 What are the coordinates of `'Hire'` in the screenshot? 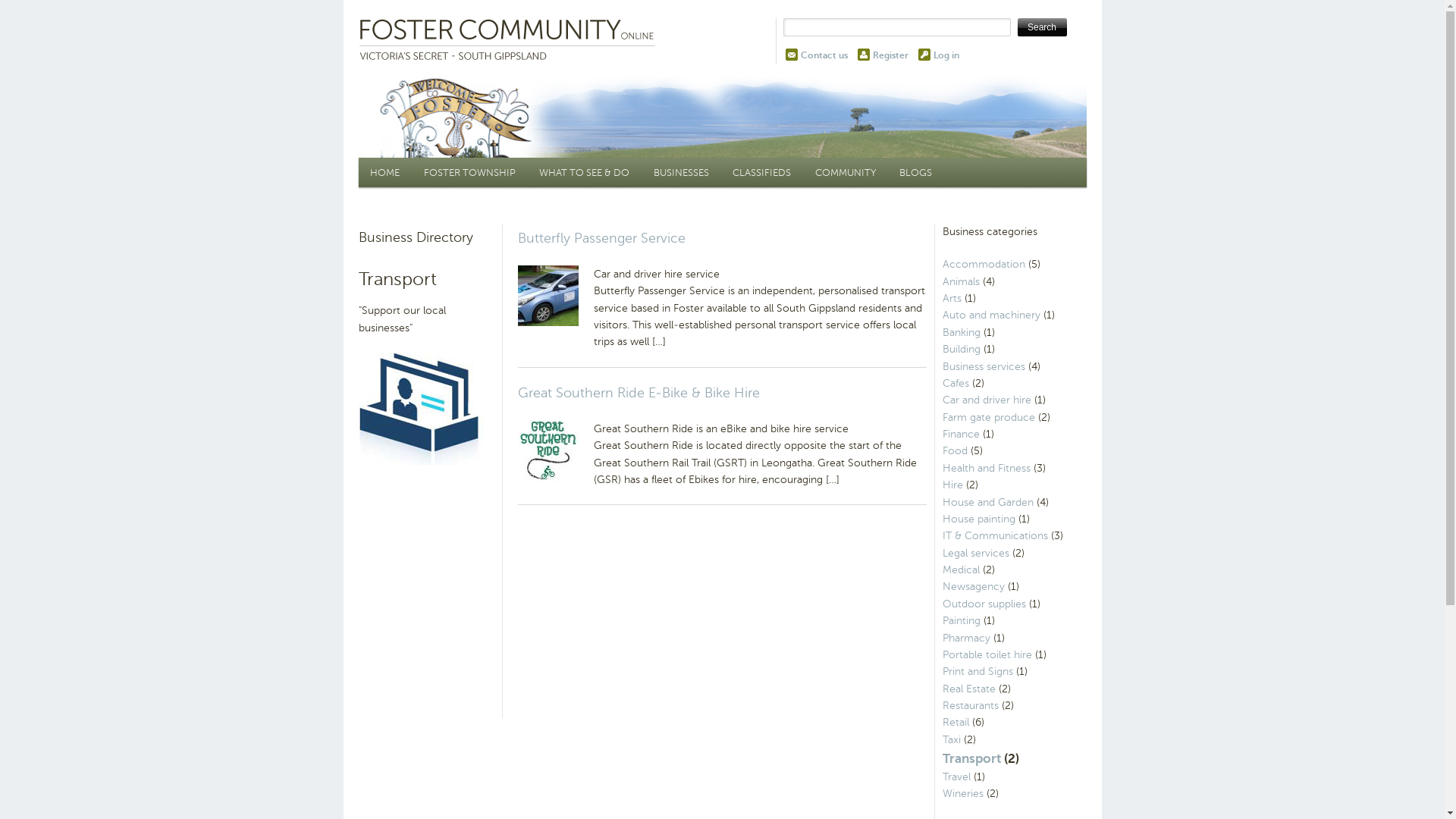 It's located at (951, 485).